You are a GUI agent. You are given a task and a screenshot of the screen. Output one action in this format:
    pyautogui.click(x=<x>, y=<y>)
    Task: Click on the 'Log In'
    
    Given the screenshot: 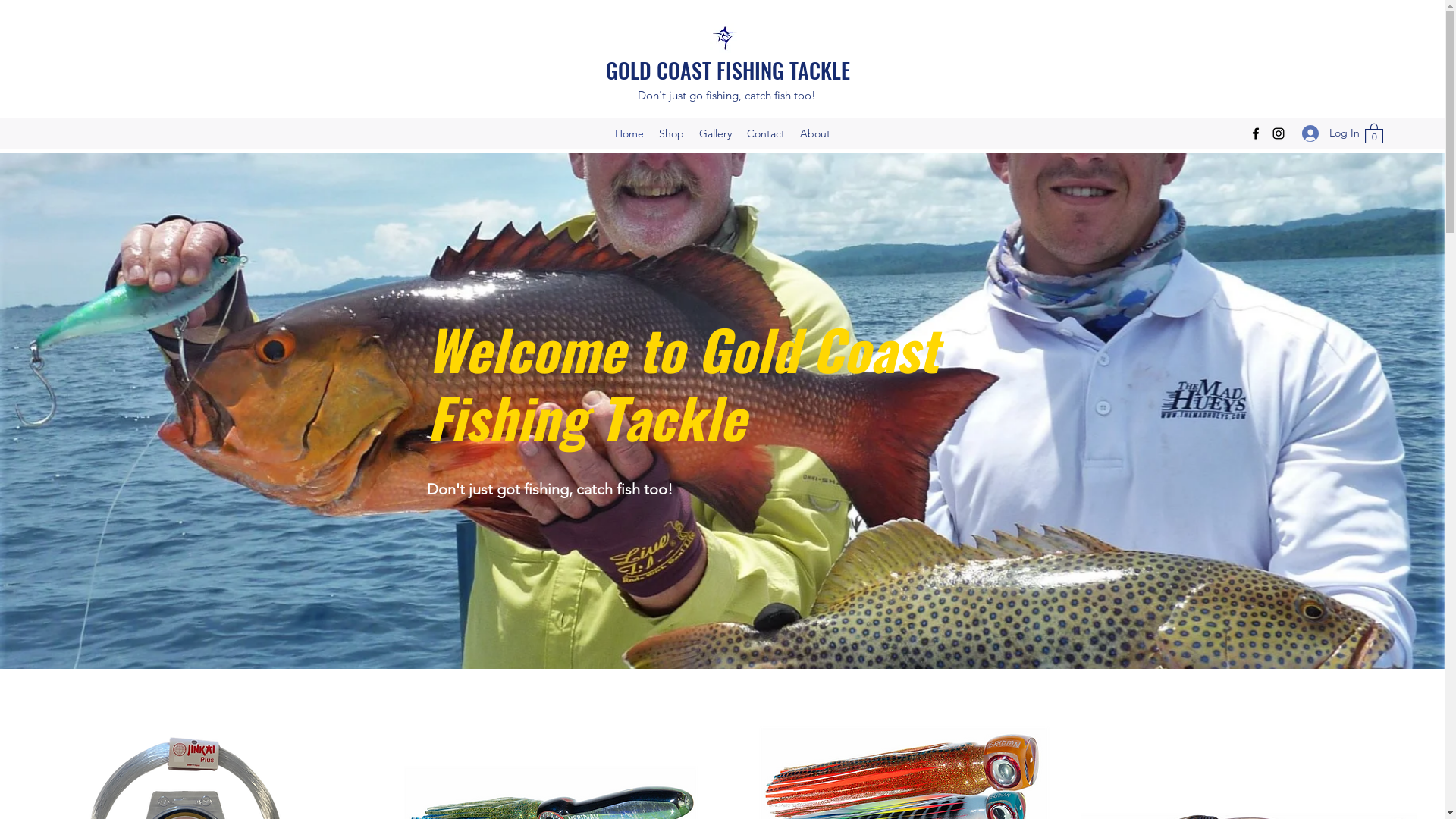 What is the action you would take?
    pyautogui.click(x=1324, y=132)
    